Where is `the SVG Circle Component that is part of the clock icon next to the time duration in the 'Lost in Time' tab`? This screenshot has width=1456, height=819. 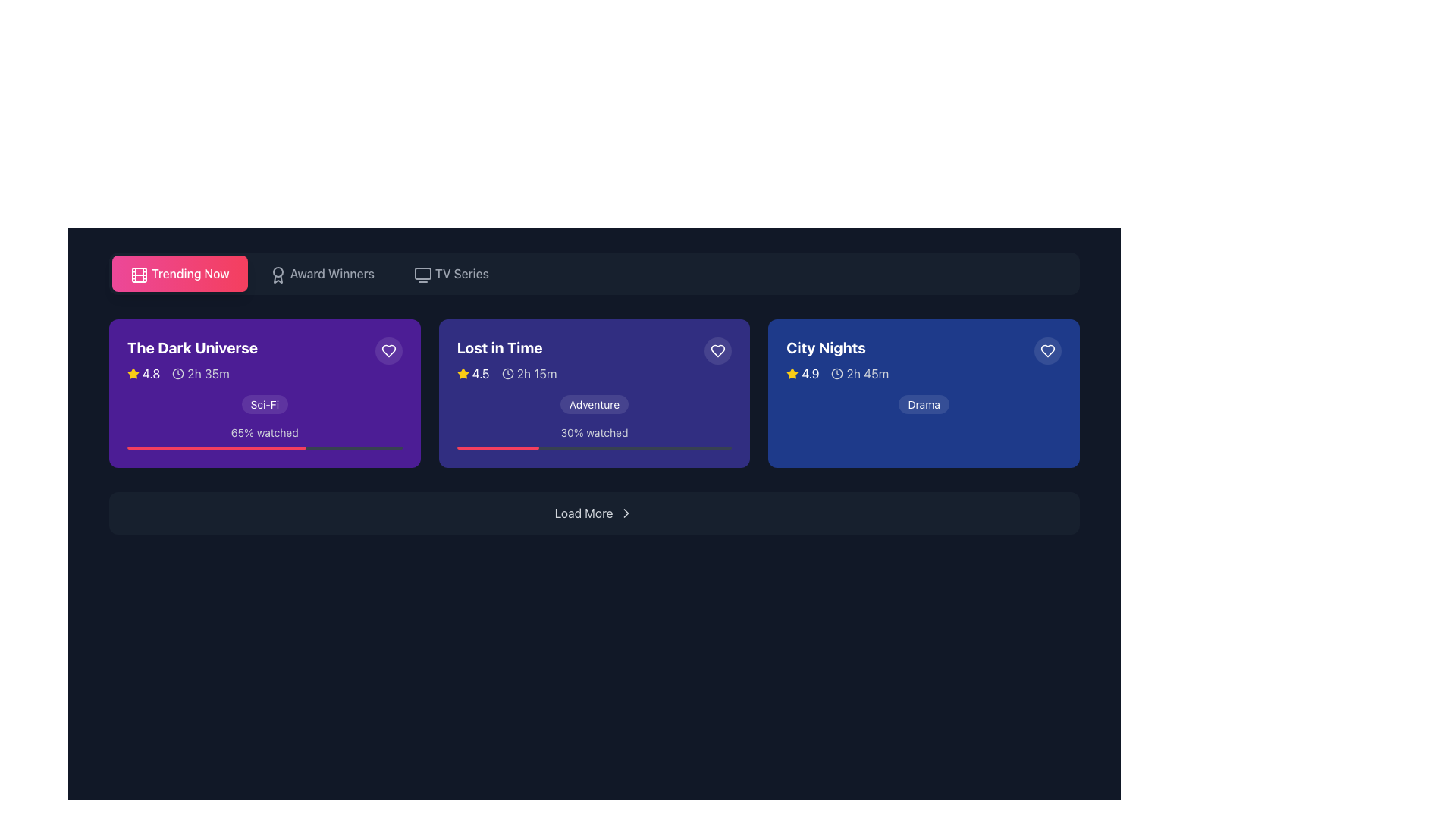
the SVG Circle Component that is part of the clock icon next to the time duration in the 'Lost in Time' tab is located at coordinates (507, 374).